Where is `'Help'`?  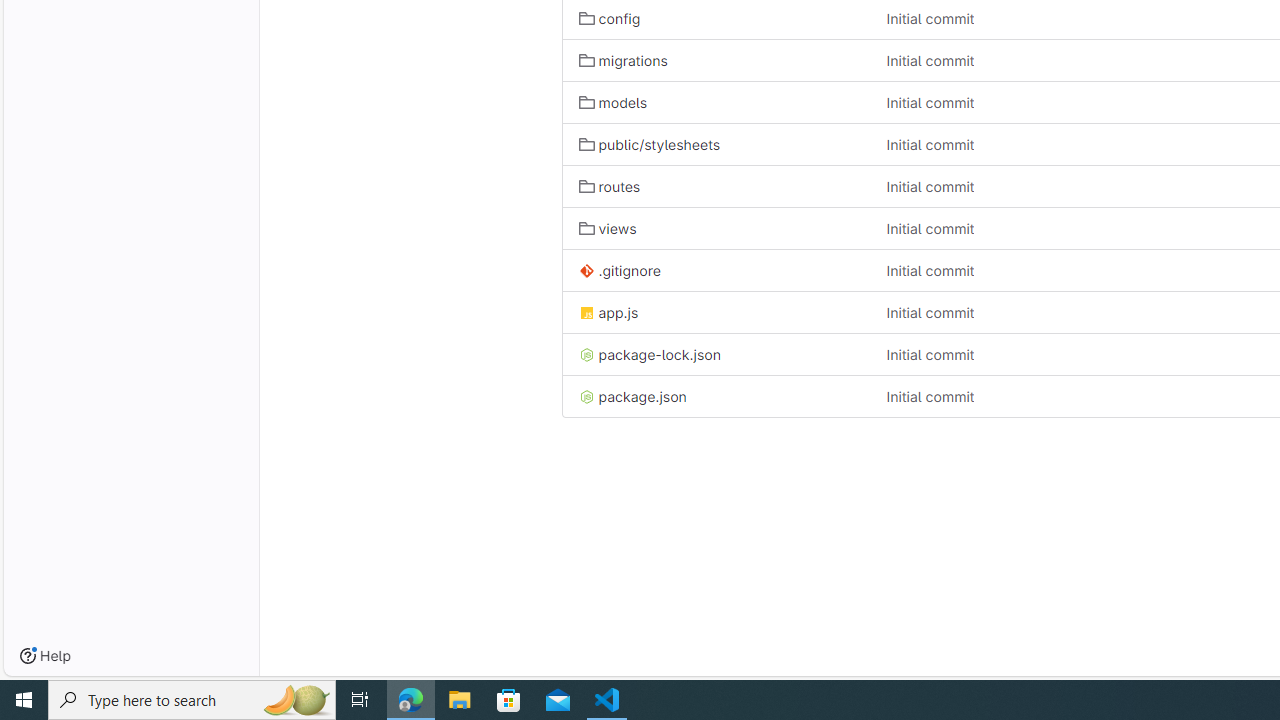
'Help' is located at coordinates (45, 655).